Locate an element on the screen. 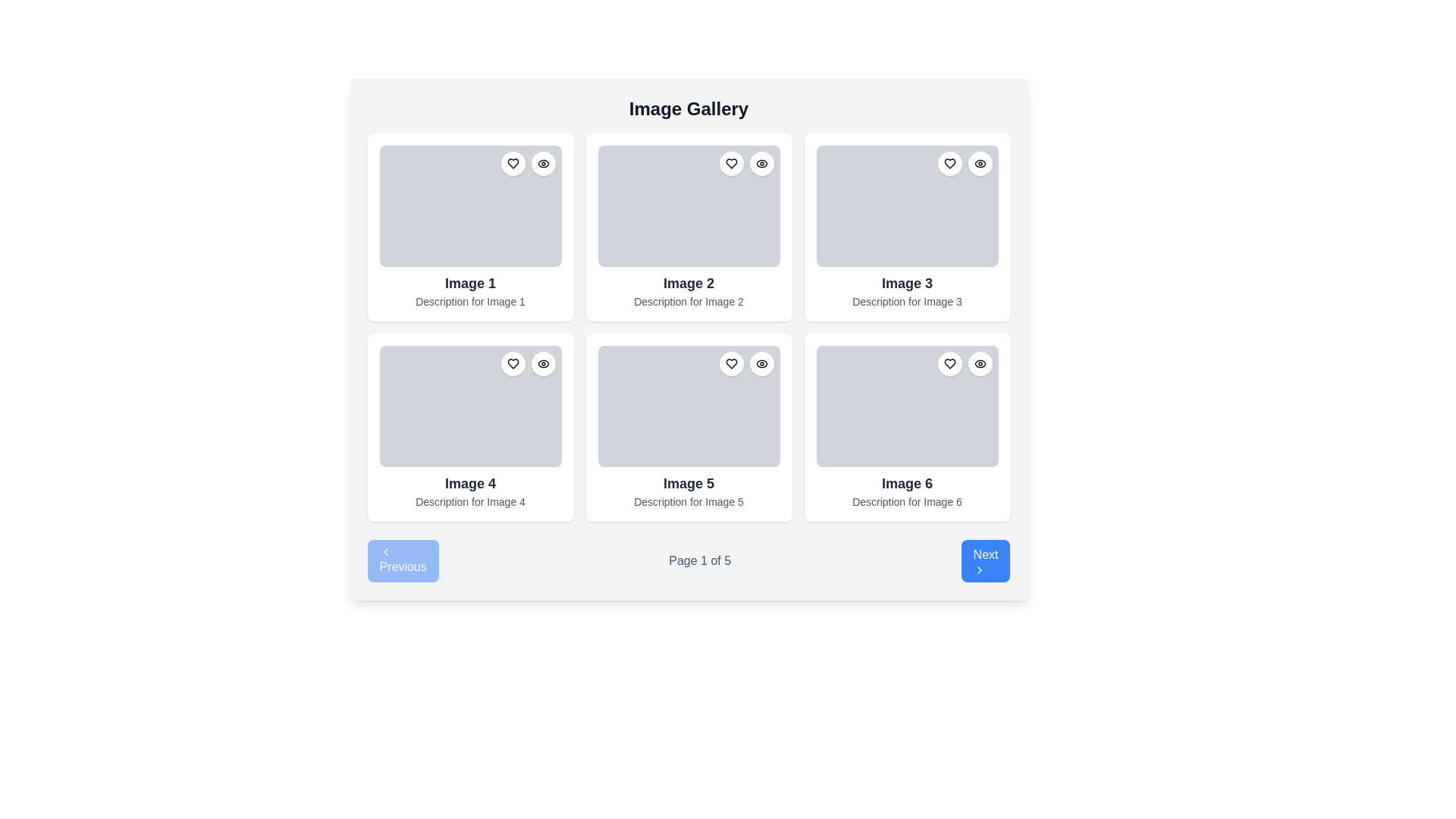 The height and width of the screenshot is (819, 1456). the circular button with a white background and black heart icon at the top-right corner of the image thumbnail to mark it as a favorite is located at coordinates (731, 363).